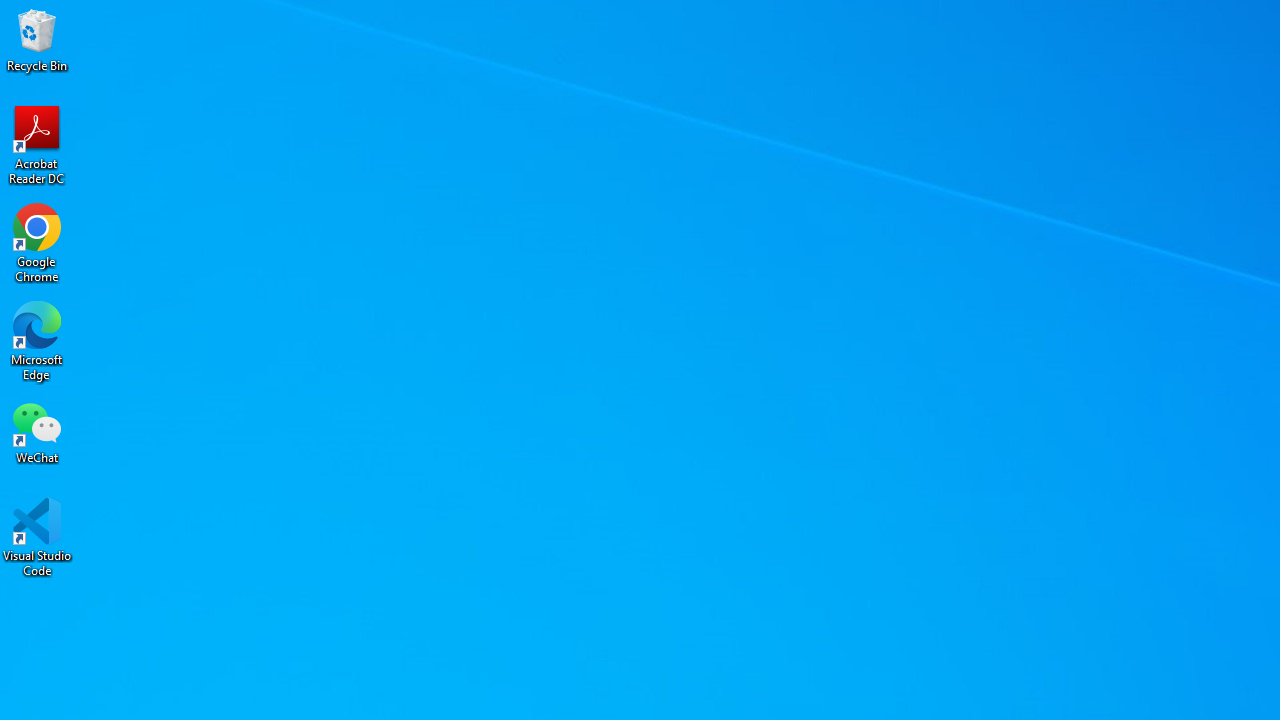  Describe the element at coordinates (37, 39) in the screenshot. I see `'Recycle Bin'` at that location.